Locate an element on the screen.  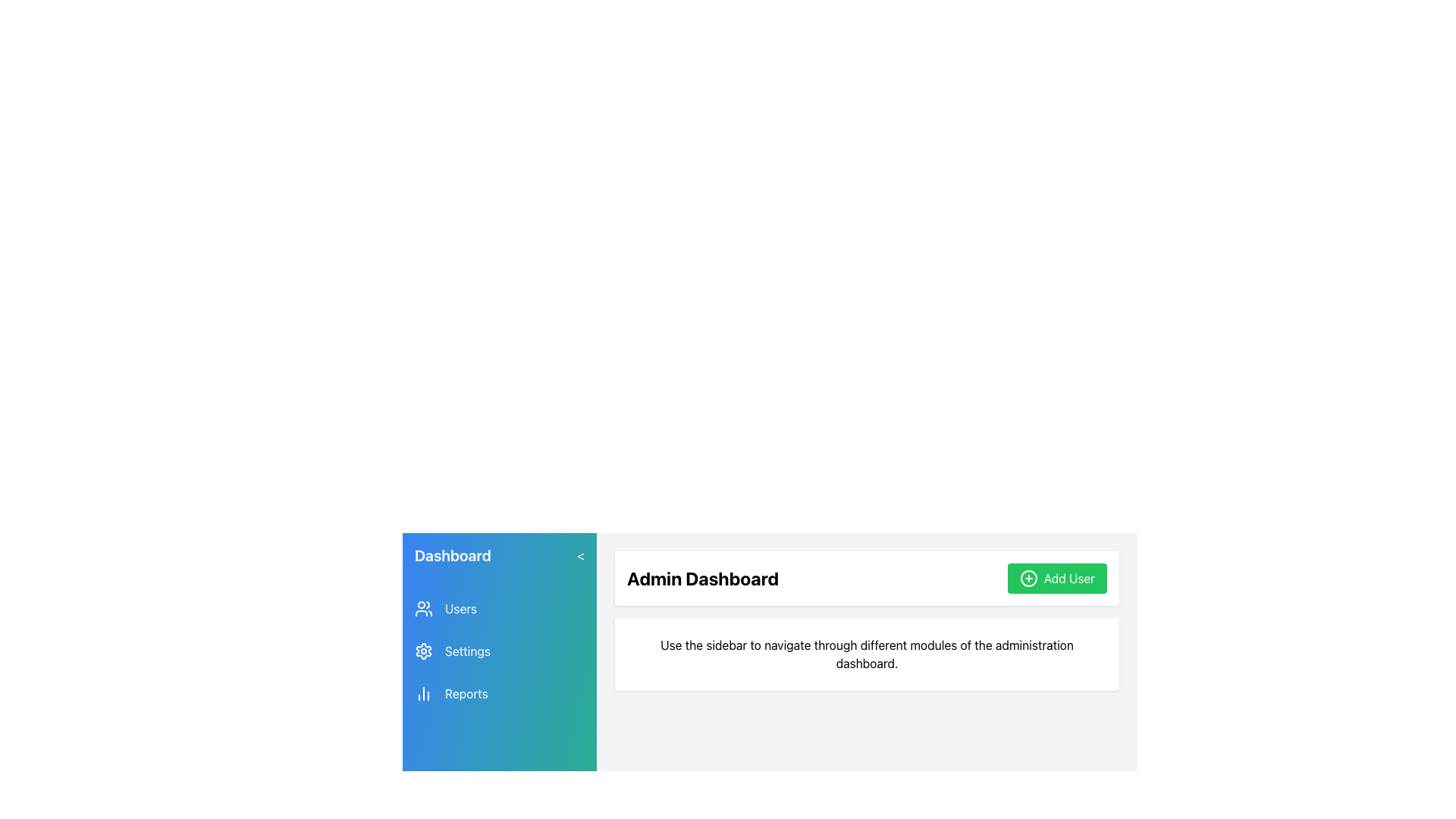
the small blue gear icon located in the sidebar under the 'Settings' label, which serves as the settings section icon is located at coordinates (423, 651).